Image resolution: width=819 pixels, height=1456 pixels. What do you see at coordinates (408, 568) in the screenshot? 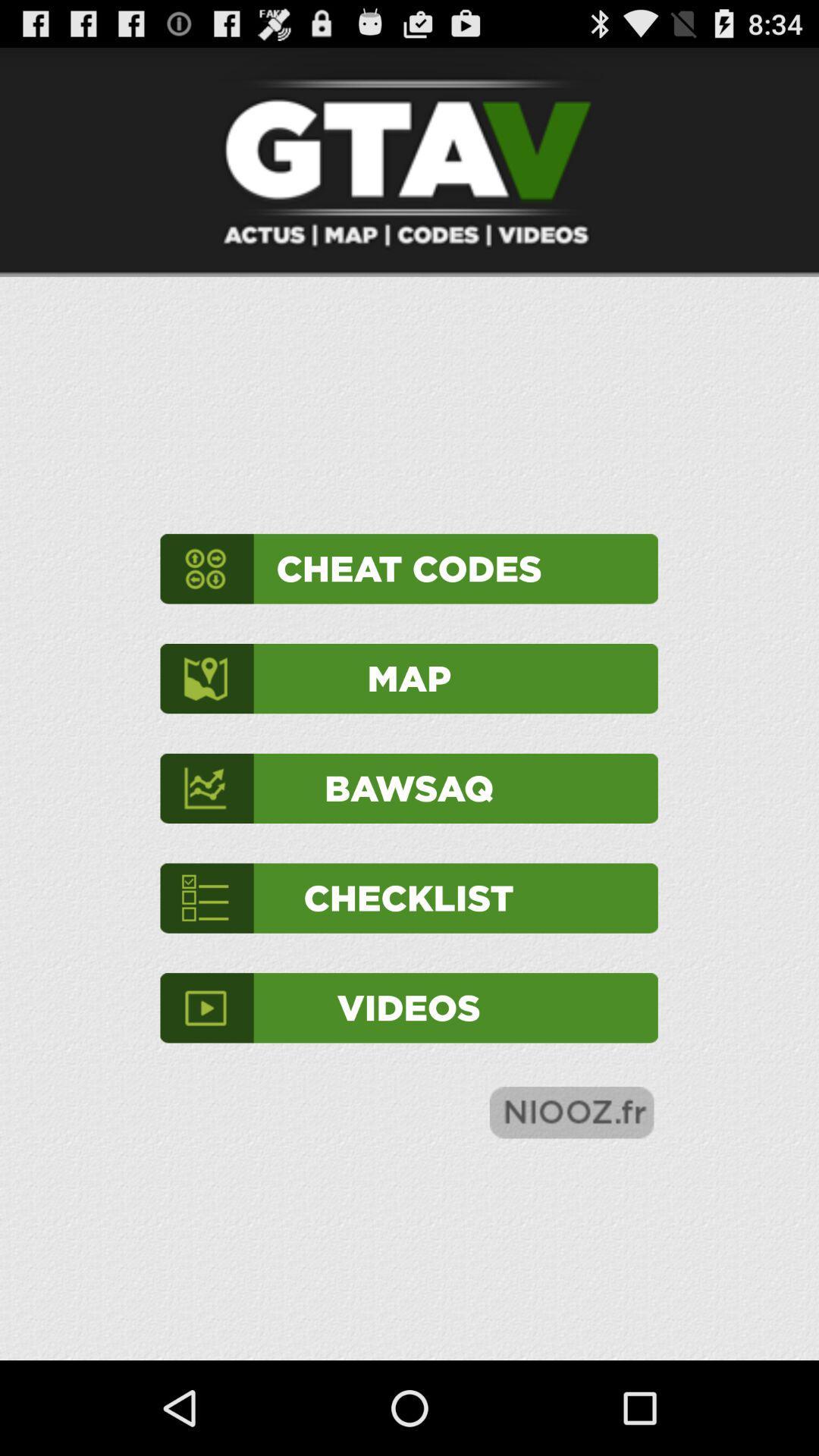
I see `the cheat codes item` at bounding box center [408, 568].